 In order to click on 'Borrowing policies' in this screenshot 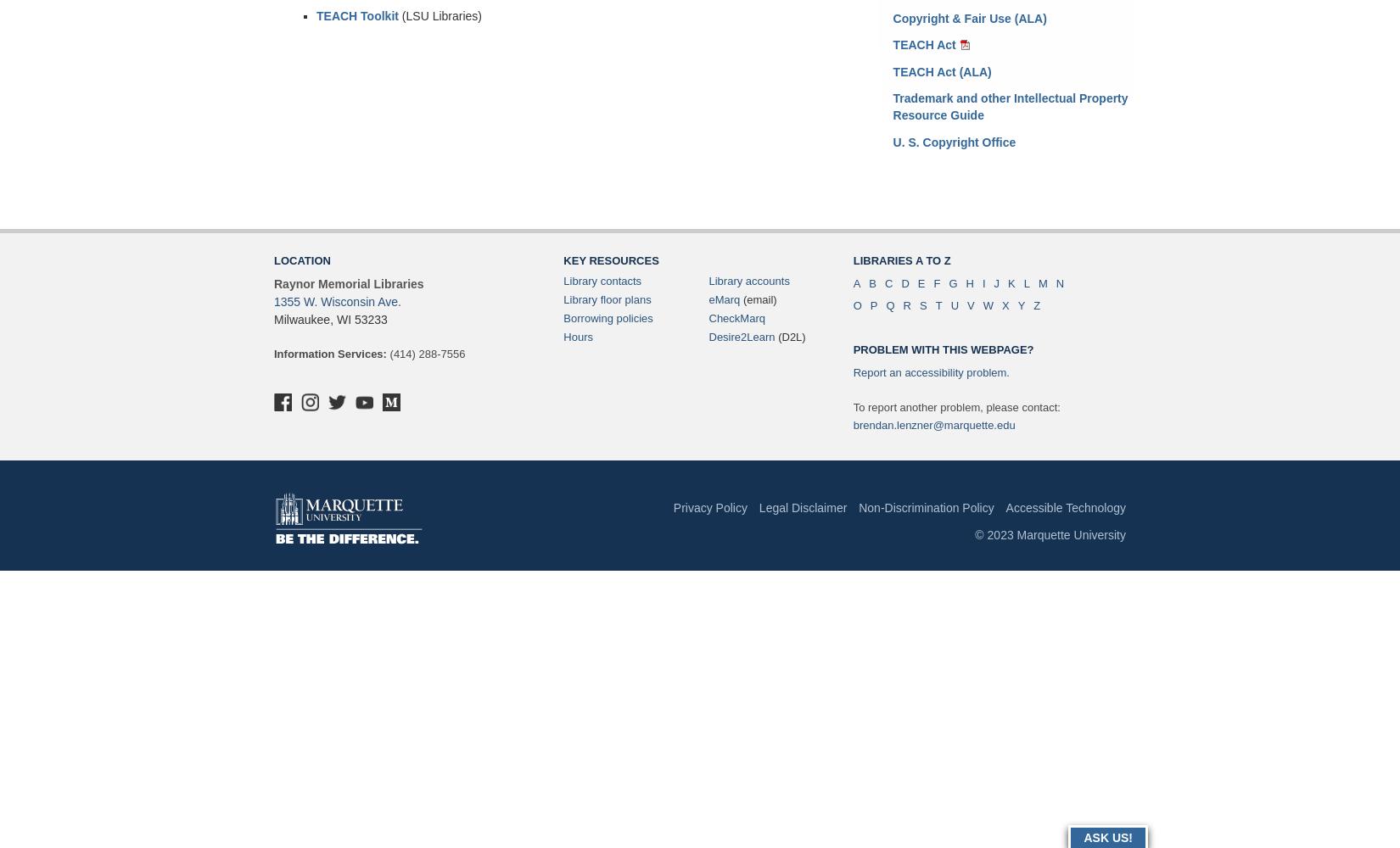, I will do `click(607, 318)`.